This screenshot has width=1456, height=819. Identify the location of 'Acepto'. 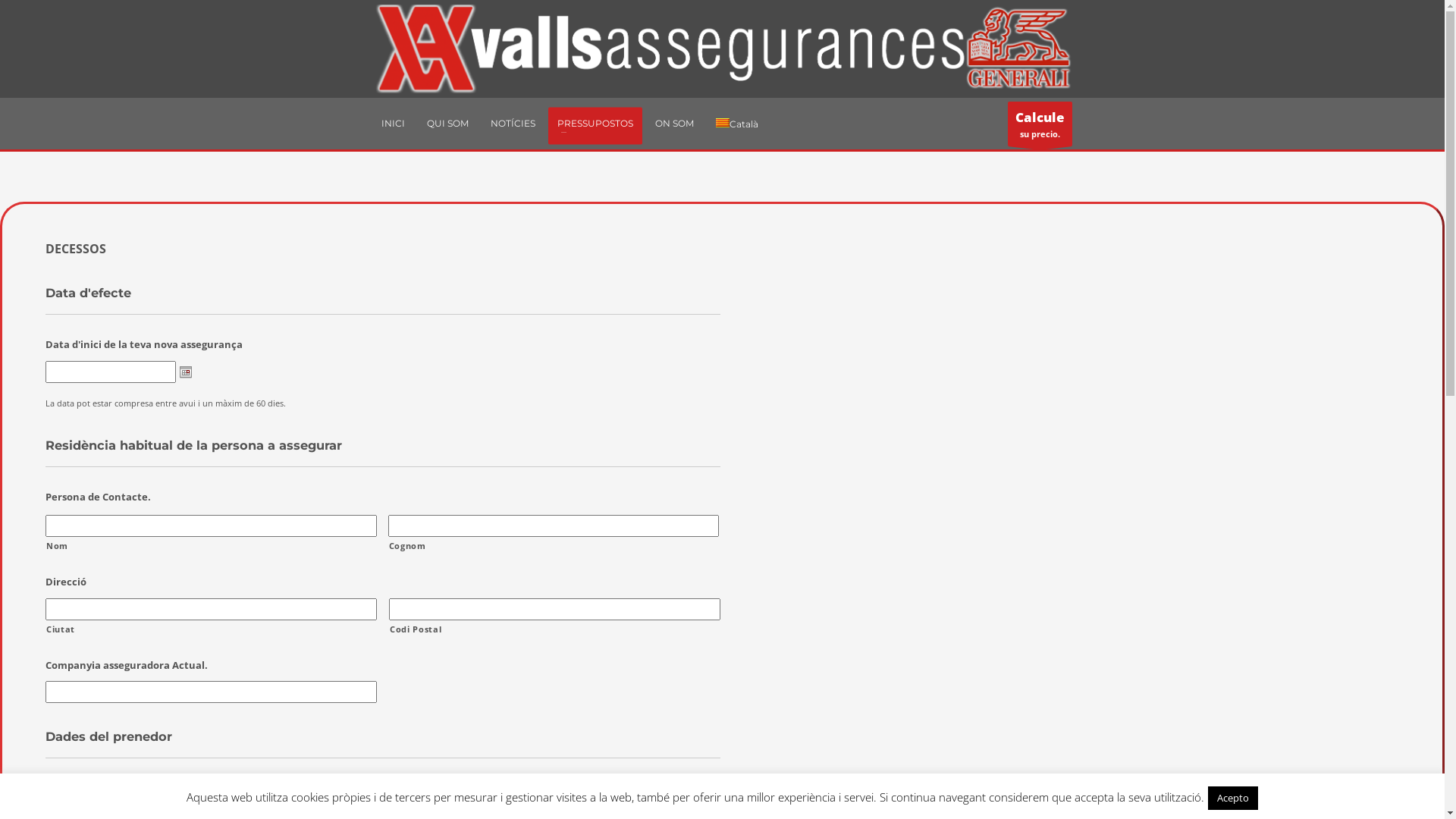
(1233, 797).